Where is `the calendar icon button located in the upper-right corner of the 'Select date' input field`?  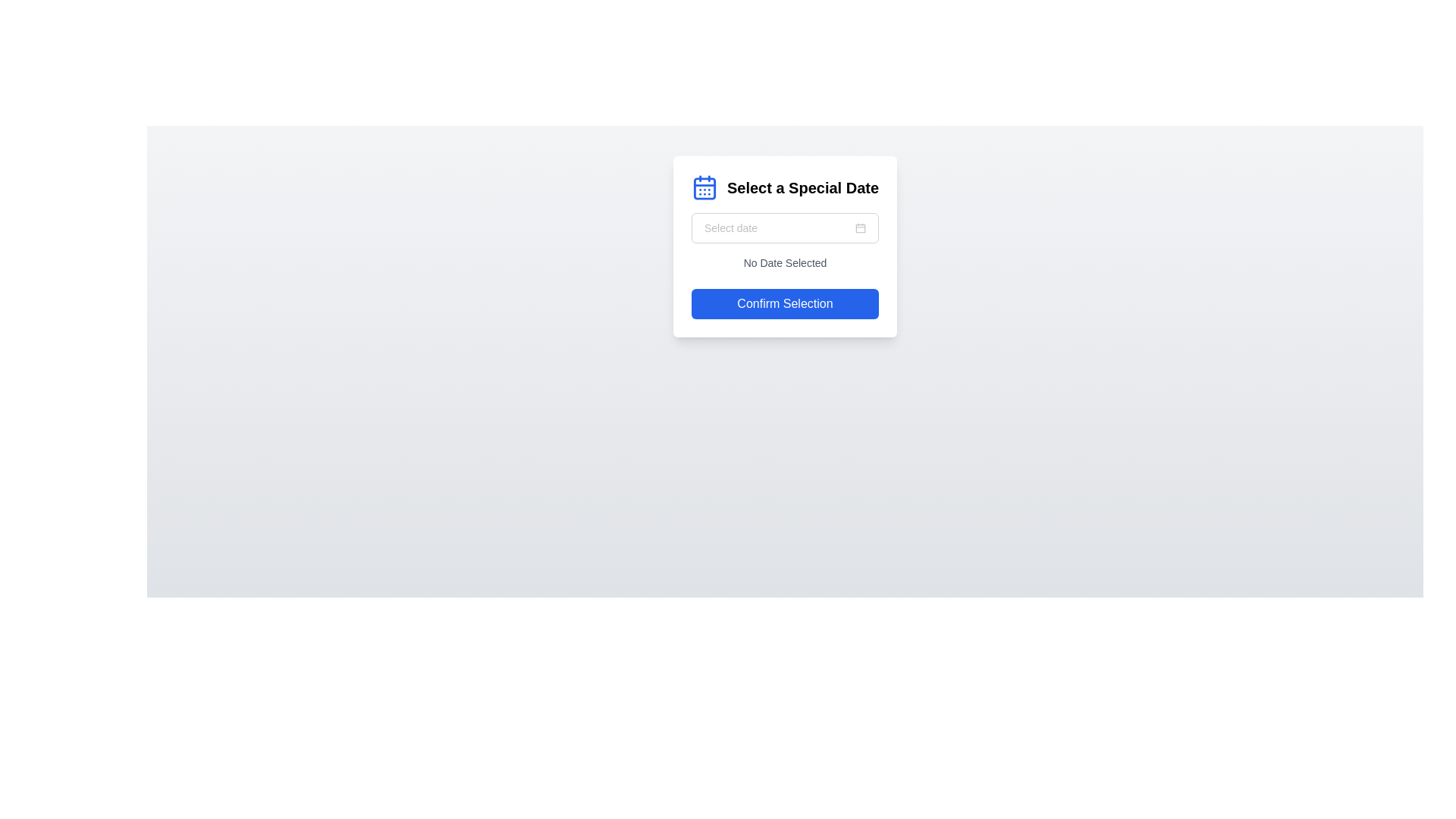
the calendar icon button located in the upper-right corner of the 'Select date' input field is located at coordinates (861, 227).